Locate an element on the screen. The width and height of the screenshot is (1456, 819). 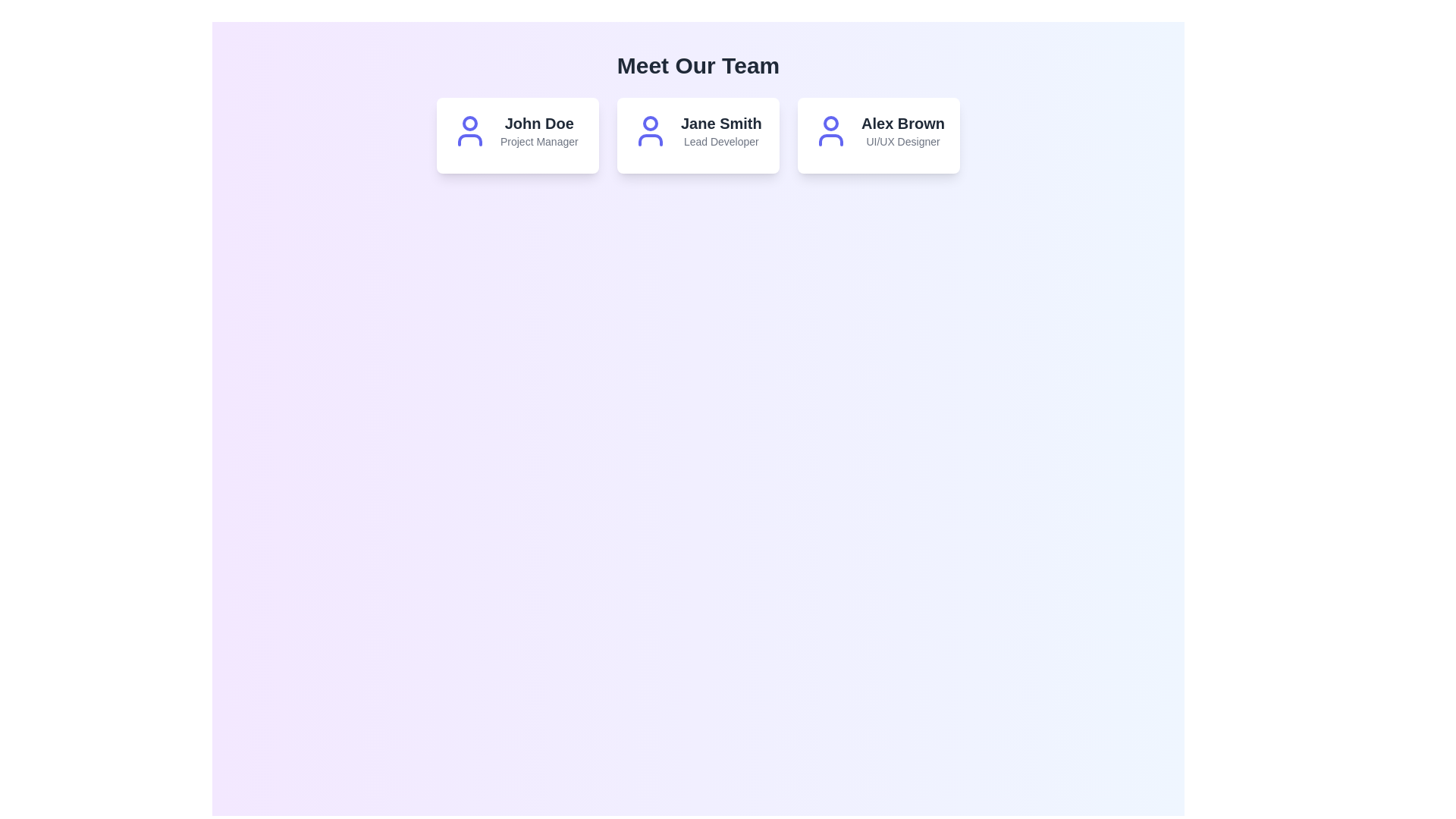
the user avatar icon in the top-left corner of the 'John Doe Project Manager' card, which is represented as a vibrant indigo circular head and shoulders figure is located at coordinates (469, 130).